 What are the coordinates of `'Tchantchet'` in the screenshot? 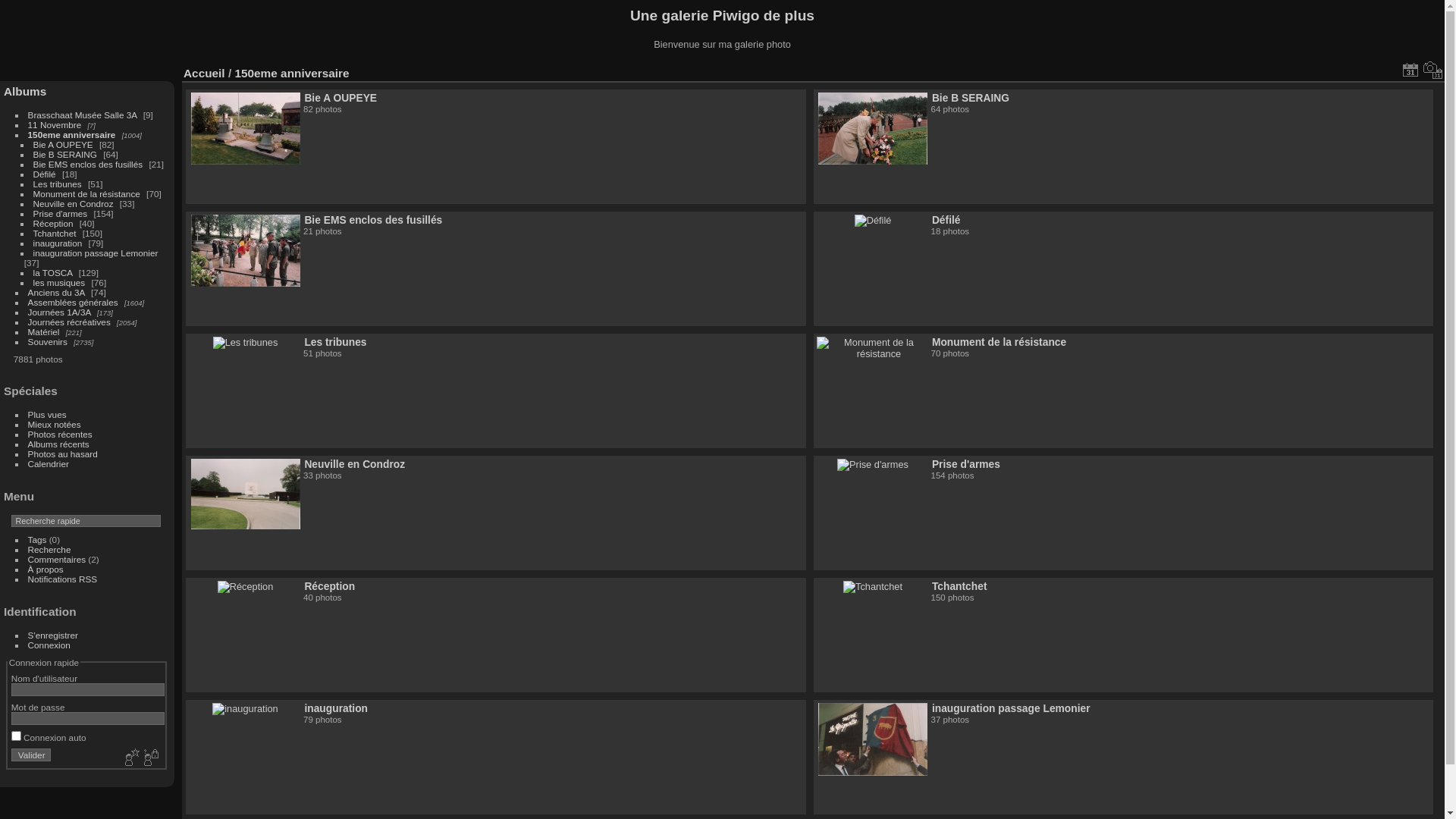 It's located at (959, 585).